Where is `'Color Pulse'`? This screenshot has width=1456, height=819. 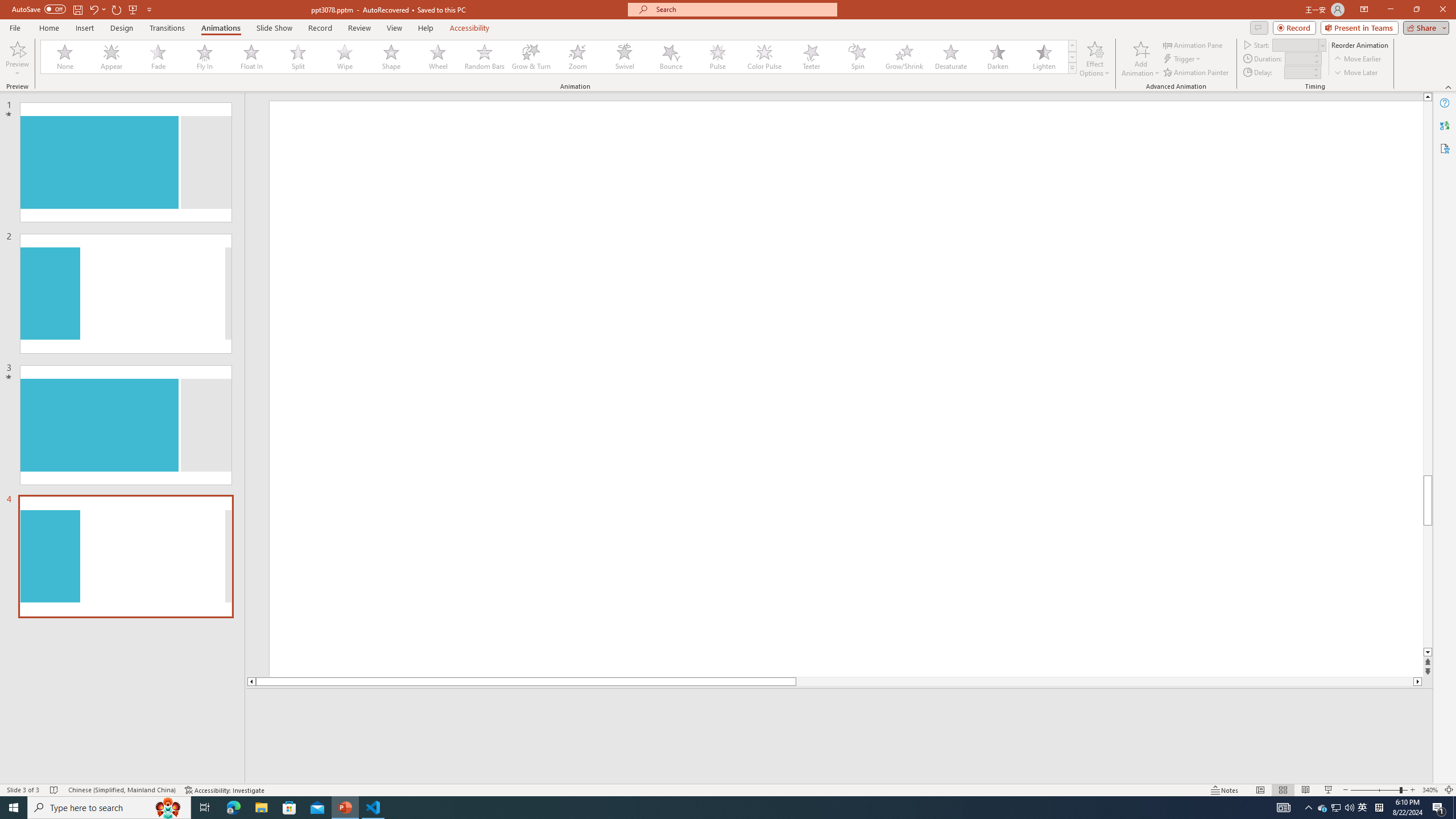 'Color Pulse' is located at coordinates (764, 56).